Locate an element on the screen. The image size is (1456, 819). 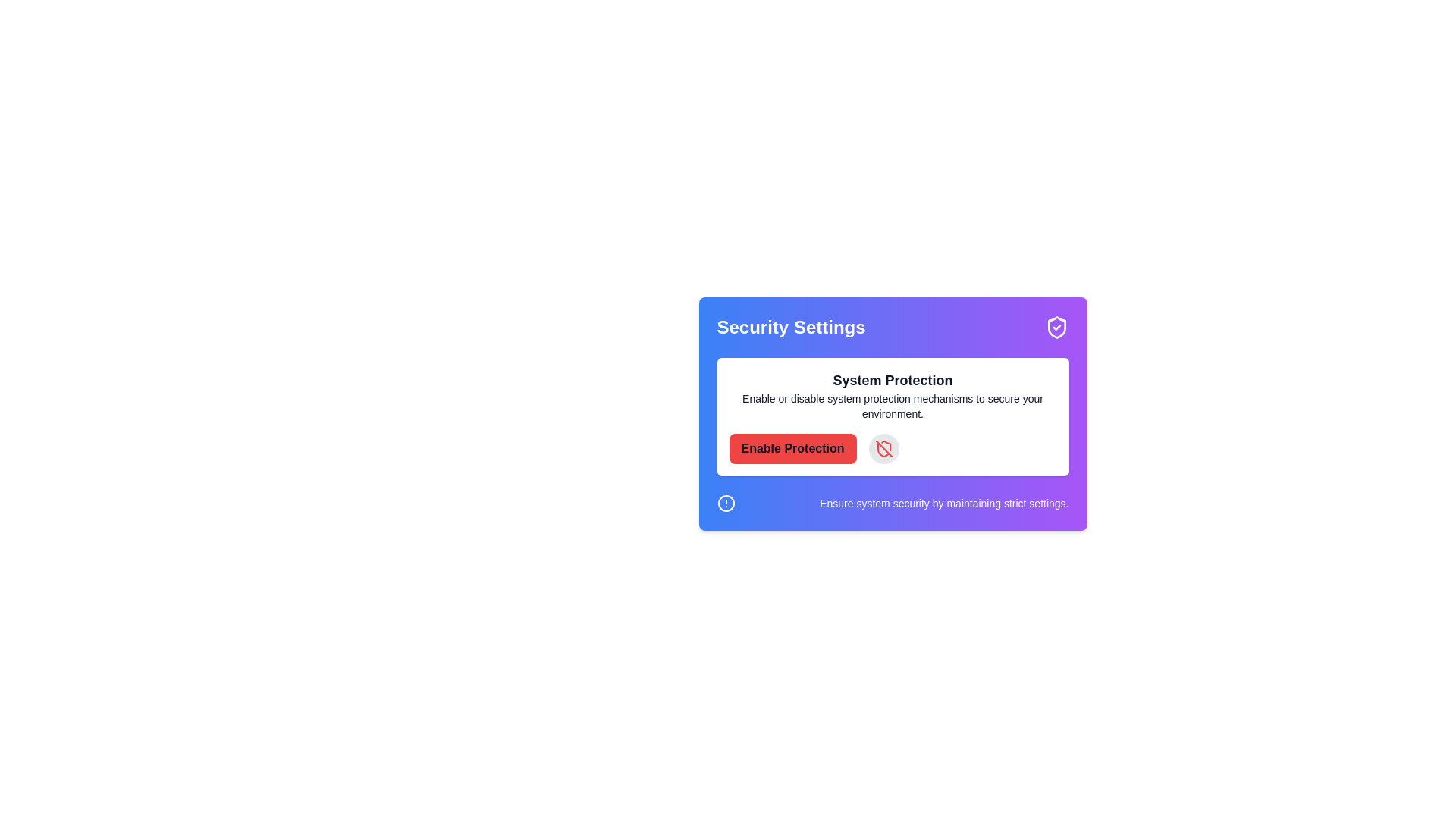
the circular icon located at the lower-left corner of the 'Security Settings' panel to interact with the alert or status indicator is located at coordinates (725, 503).